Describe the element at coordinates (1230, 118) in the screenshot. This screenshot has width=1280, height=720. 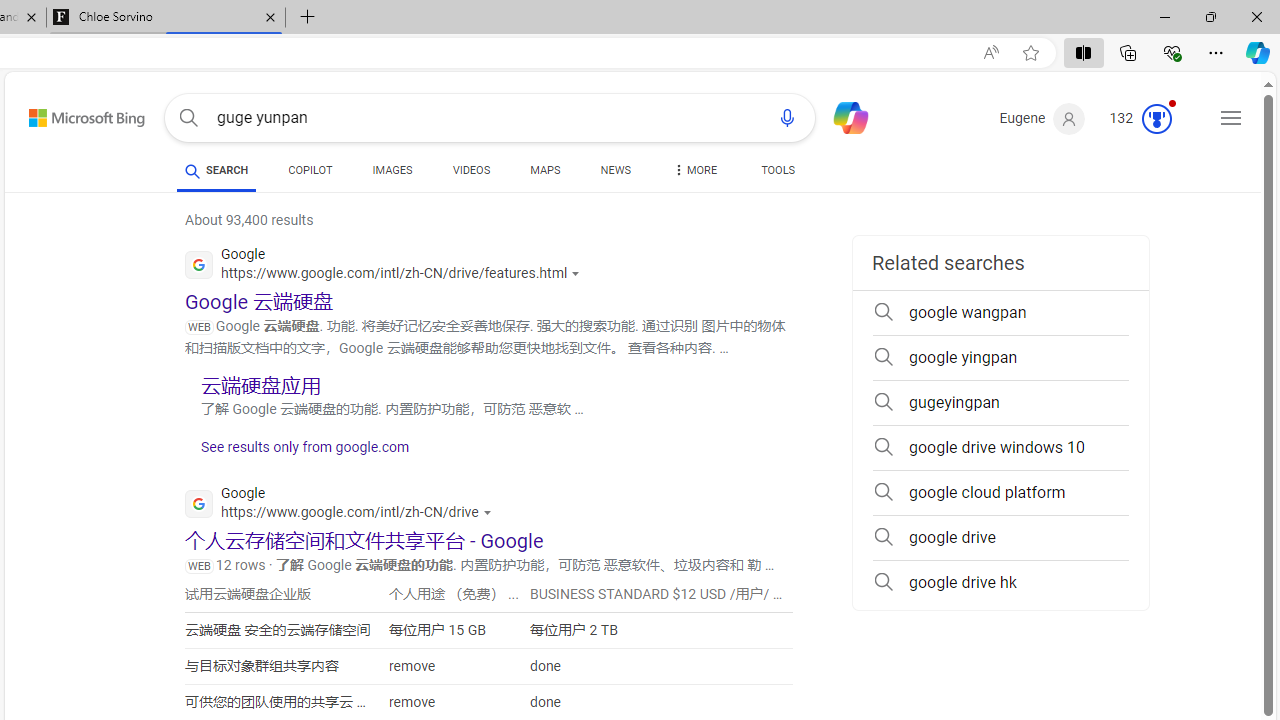
I see `'Settings and quick links'` at that location.